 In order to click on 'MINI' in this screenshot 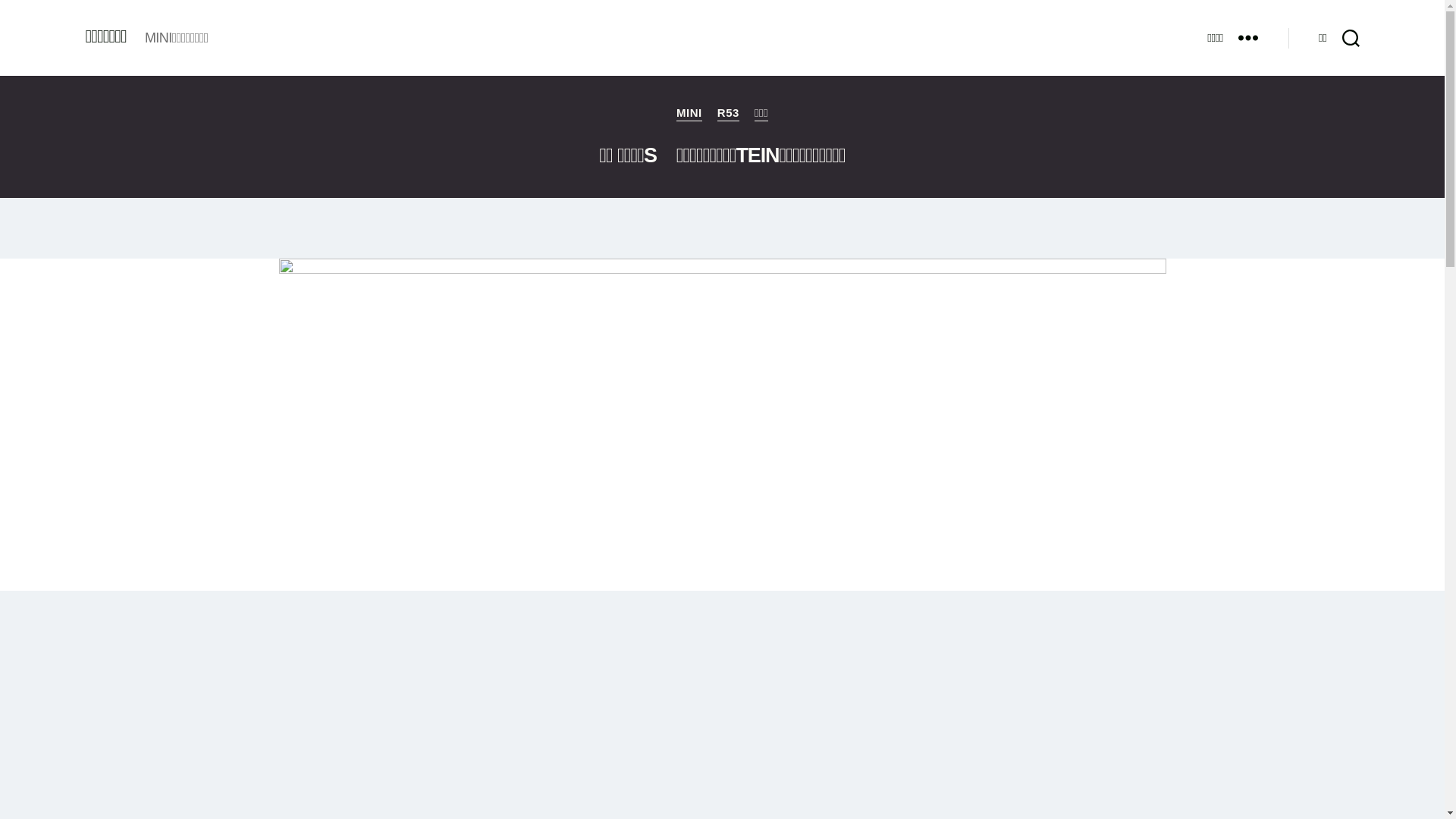, I will do `click(676, 113)`.